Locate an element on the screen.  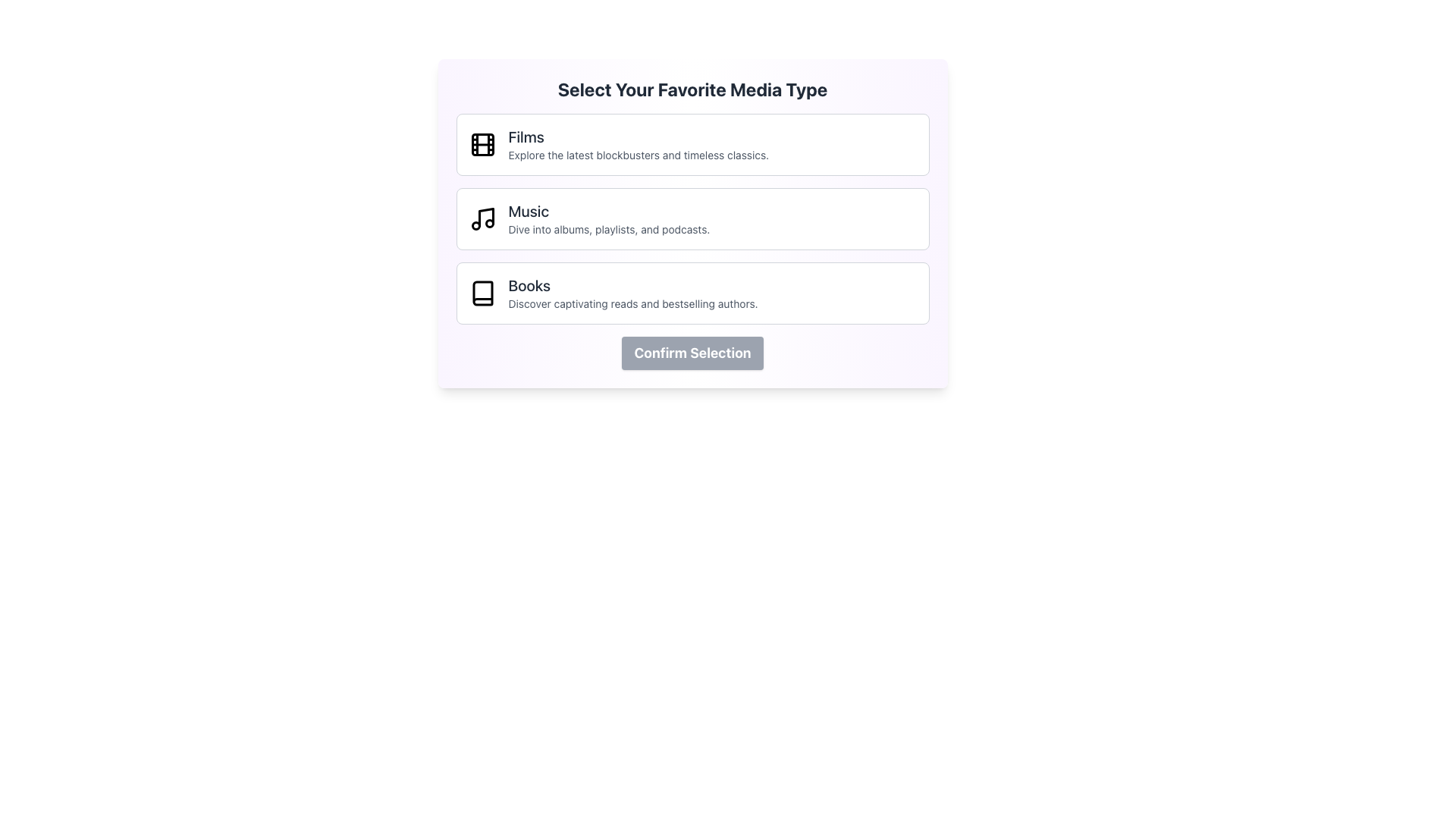
the Text Description element that serves as a subtitle for the main topic 'Books', located below the title 'Books' in the third row of a vertical list layout is located at coordinates (633, 304).